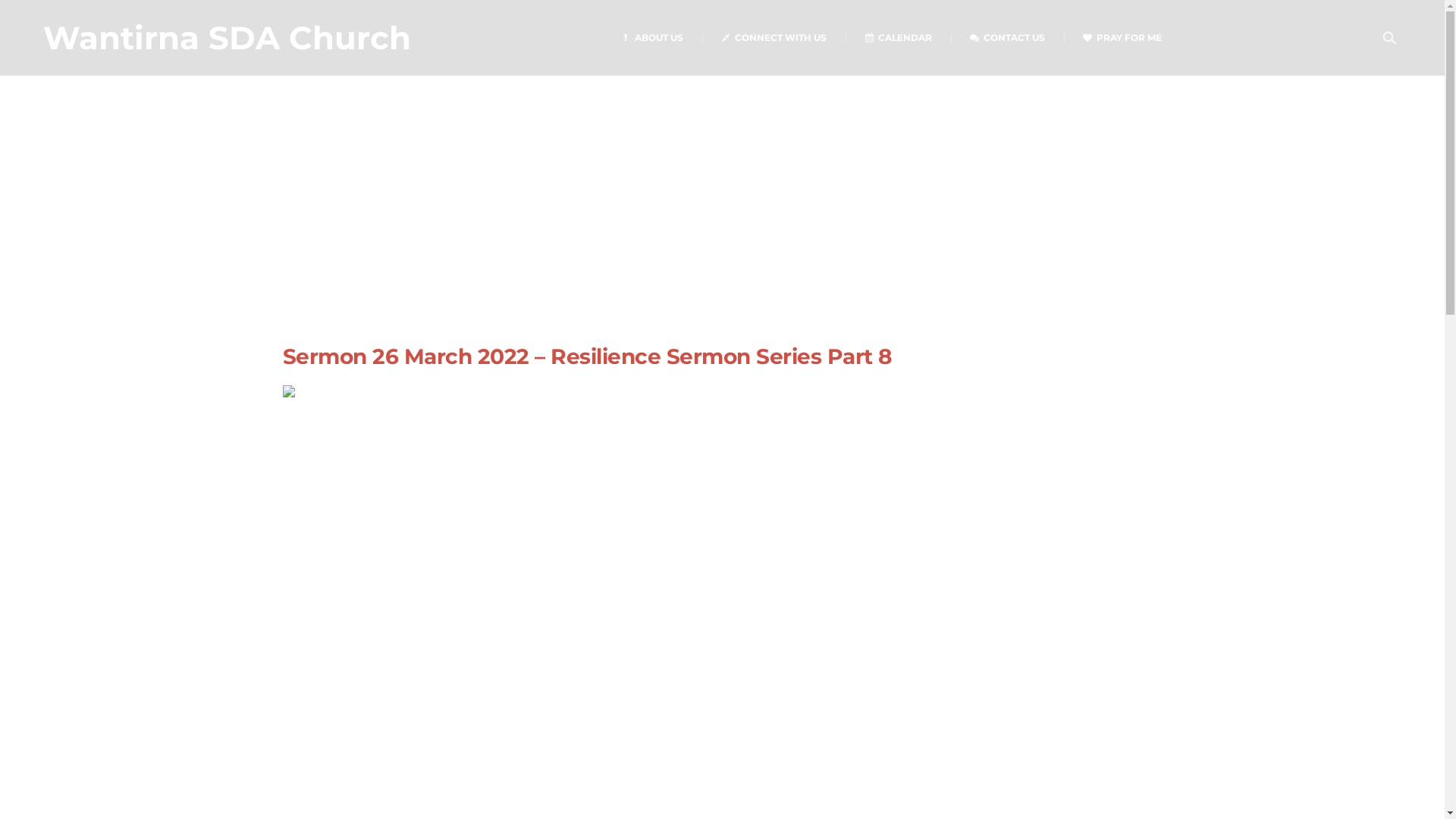 The image size is (1456, 819). What do you see at coordinates (651, 36) in the screenshot?
I see `'ABOUT US'` at bounding box center [651, 36].